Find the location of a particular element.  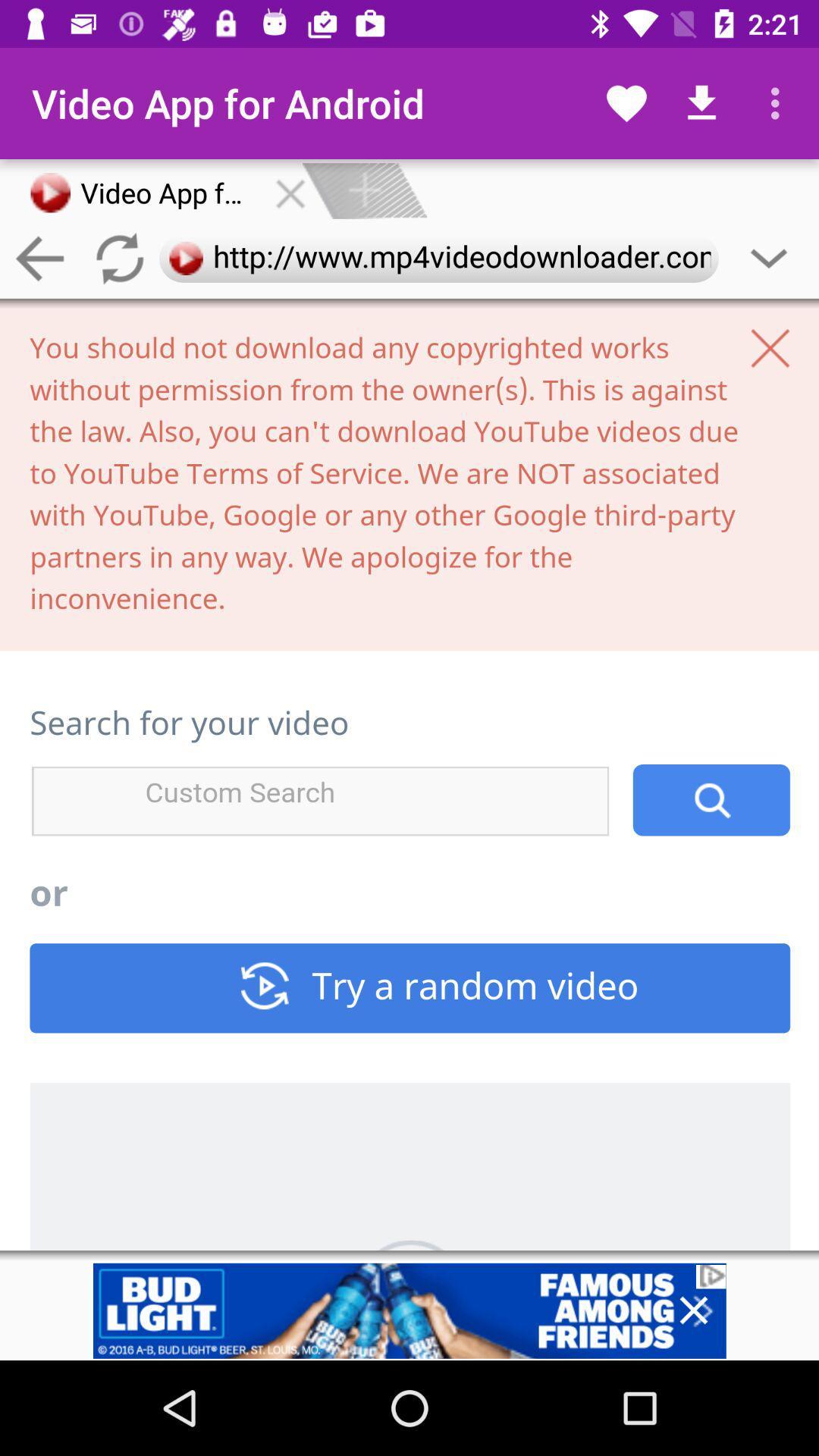

the close icon is located at coordinates (290, 190).